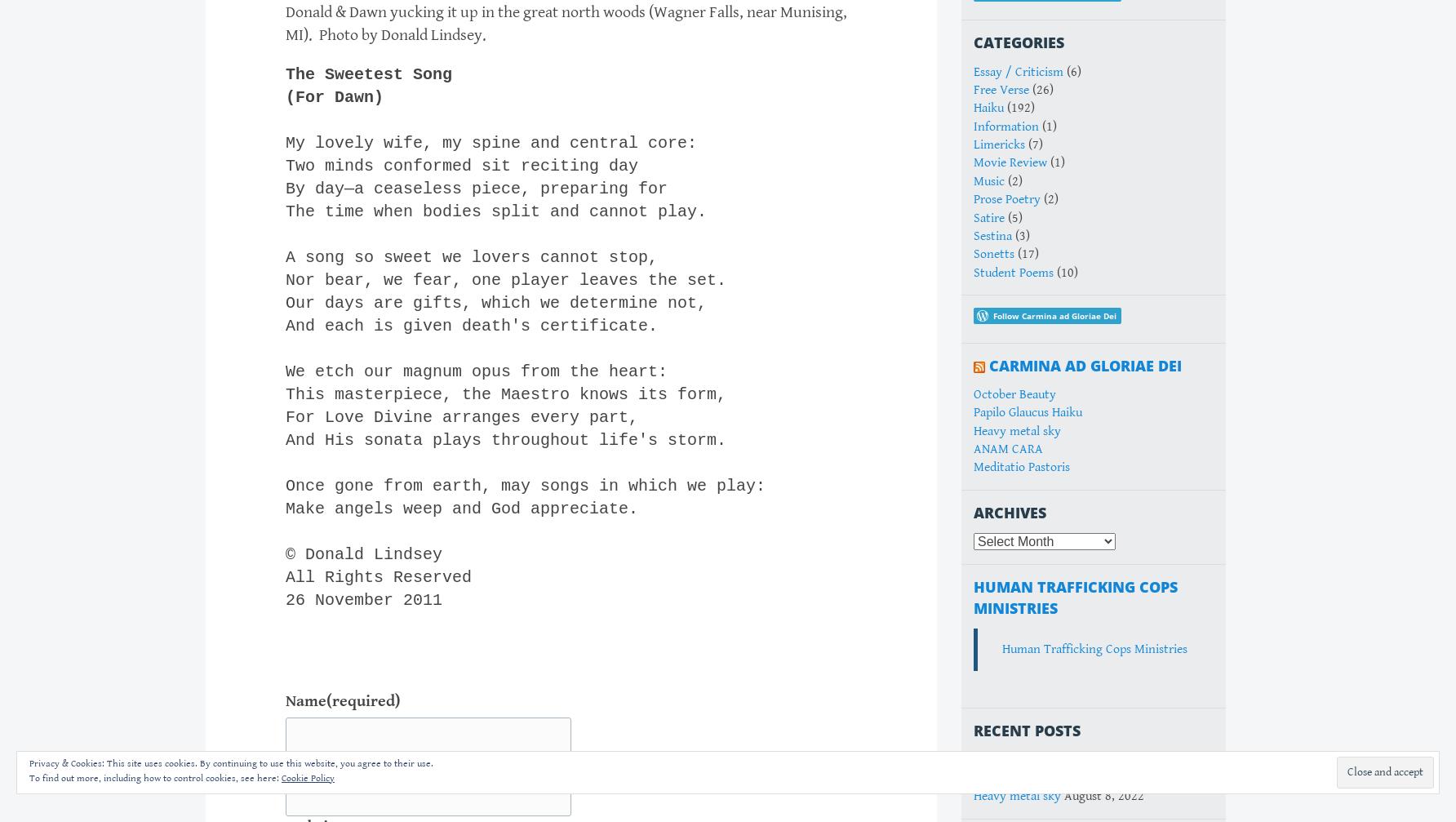  I want to click on 'August 6, 2023', so click(1125, 776).